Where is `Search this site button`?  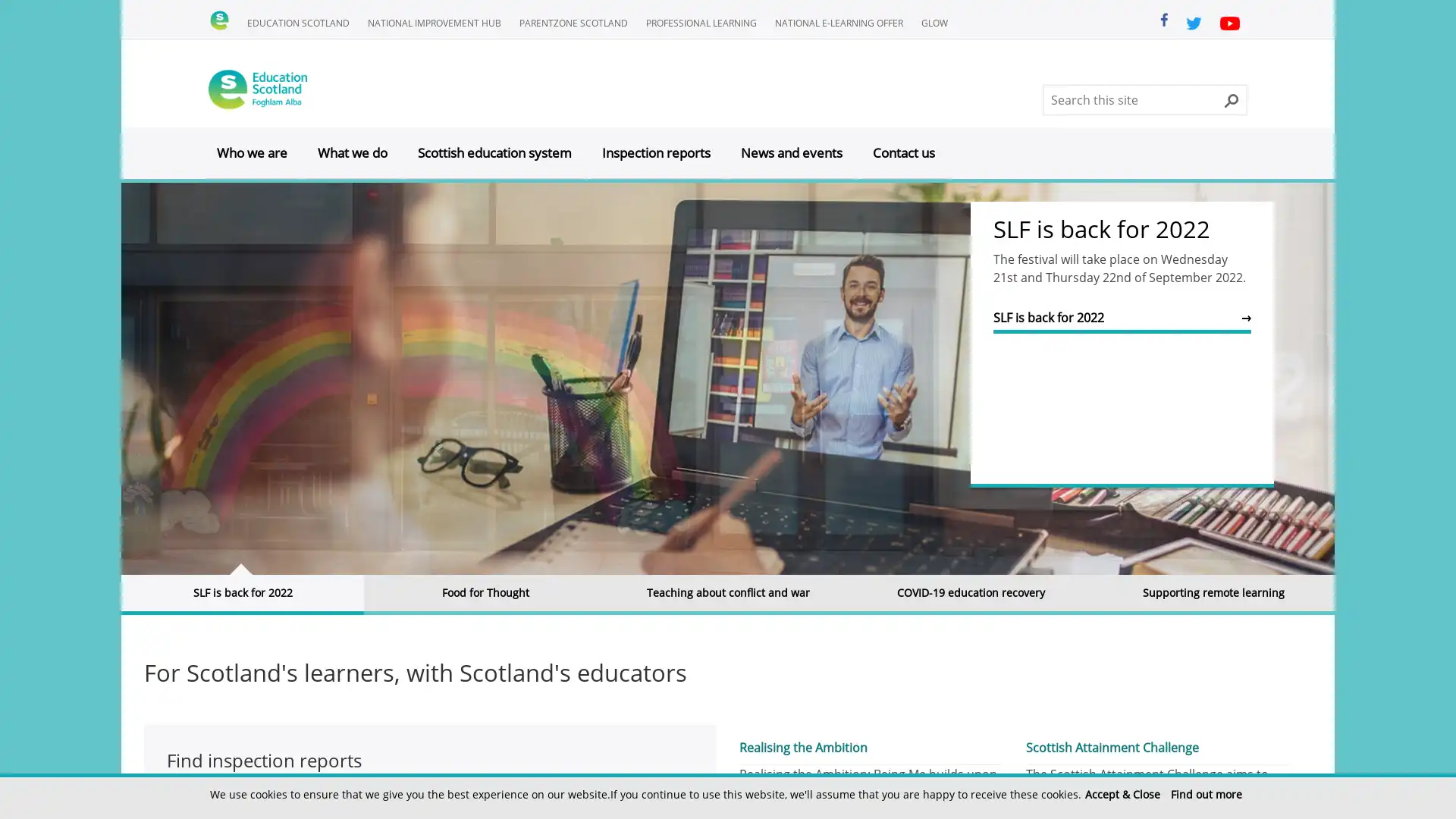 Search this site button is located at coordinates (1231, 104).